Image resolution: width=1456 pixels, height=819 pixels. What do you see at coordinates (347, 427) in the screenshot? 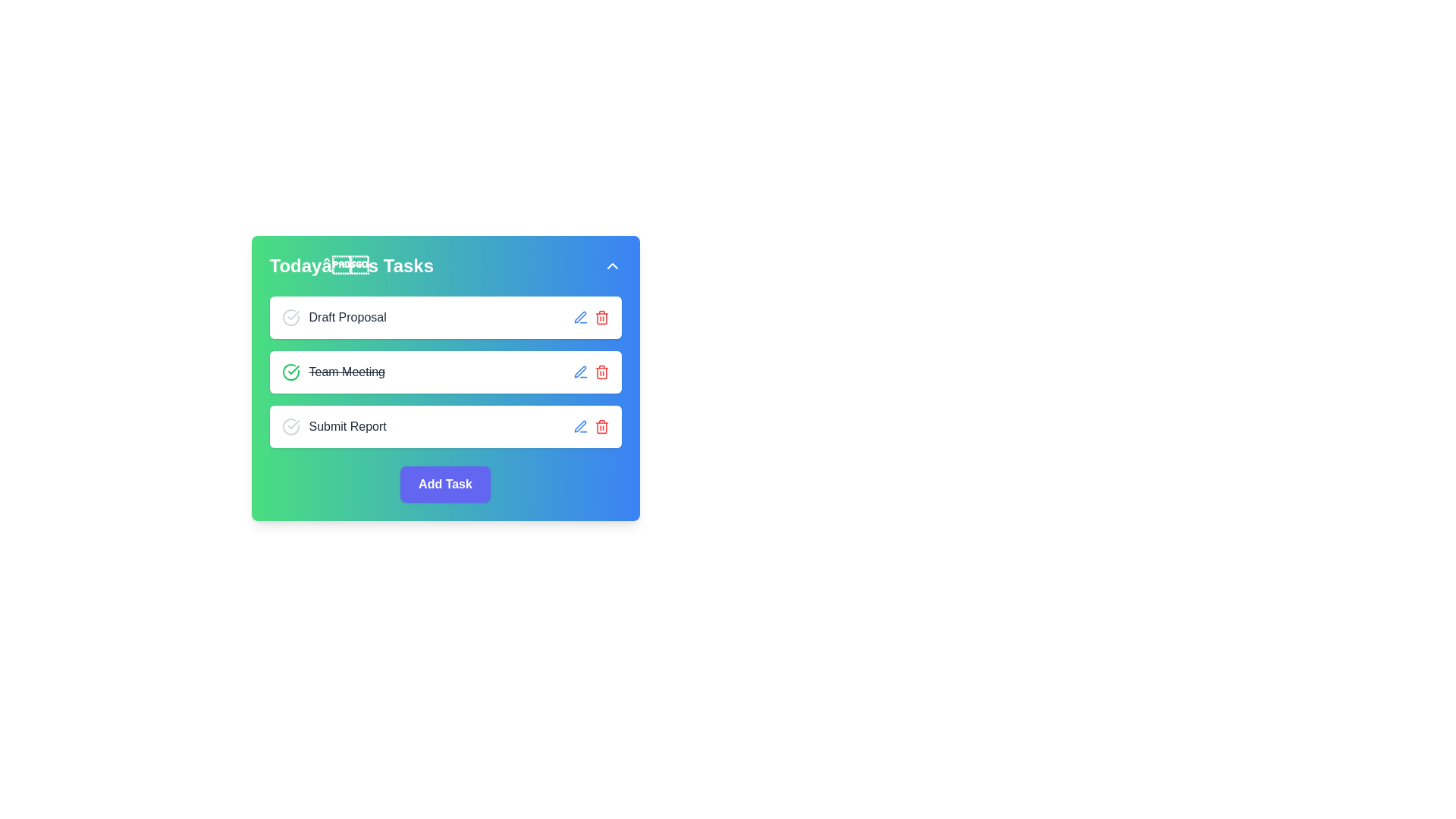
I see `the 'Submit Report' text label located in the third row of the task list, which is centrally positioned in the row and flanked by a circular checkbox on the left and action icons on the right` at bounding box center [347, 427].